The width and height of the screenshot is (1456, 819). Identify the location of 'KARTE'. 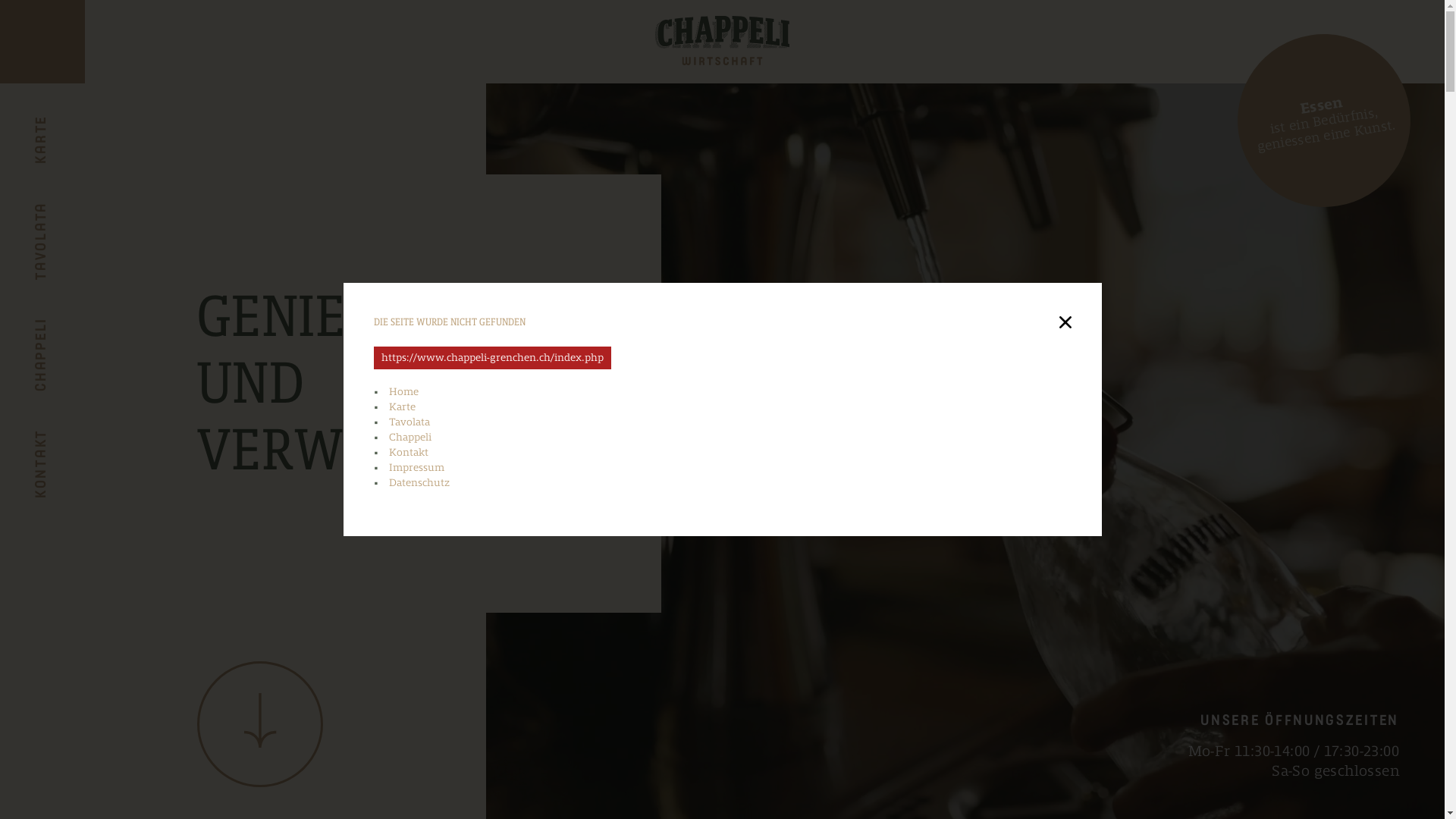
(55, 127).